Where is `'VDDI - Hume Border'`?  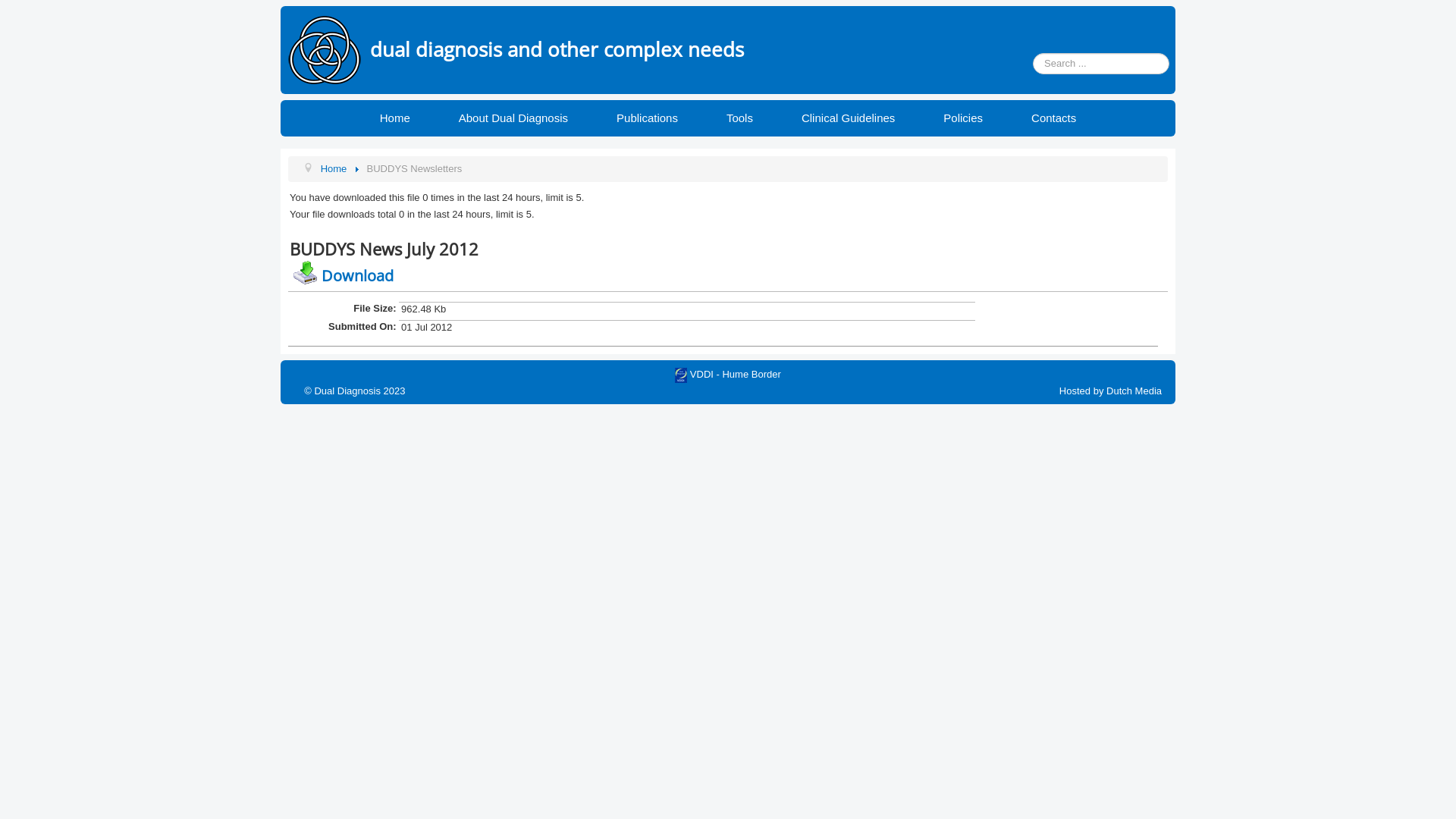 'VDDI - Hume Border' is located at coordinates (679, 375).